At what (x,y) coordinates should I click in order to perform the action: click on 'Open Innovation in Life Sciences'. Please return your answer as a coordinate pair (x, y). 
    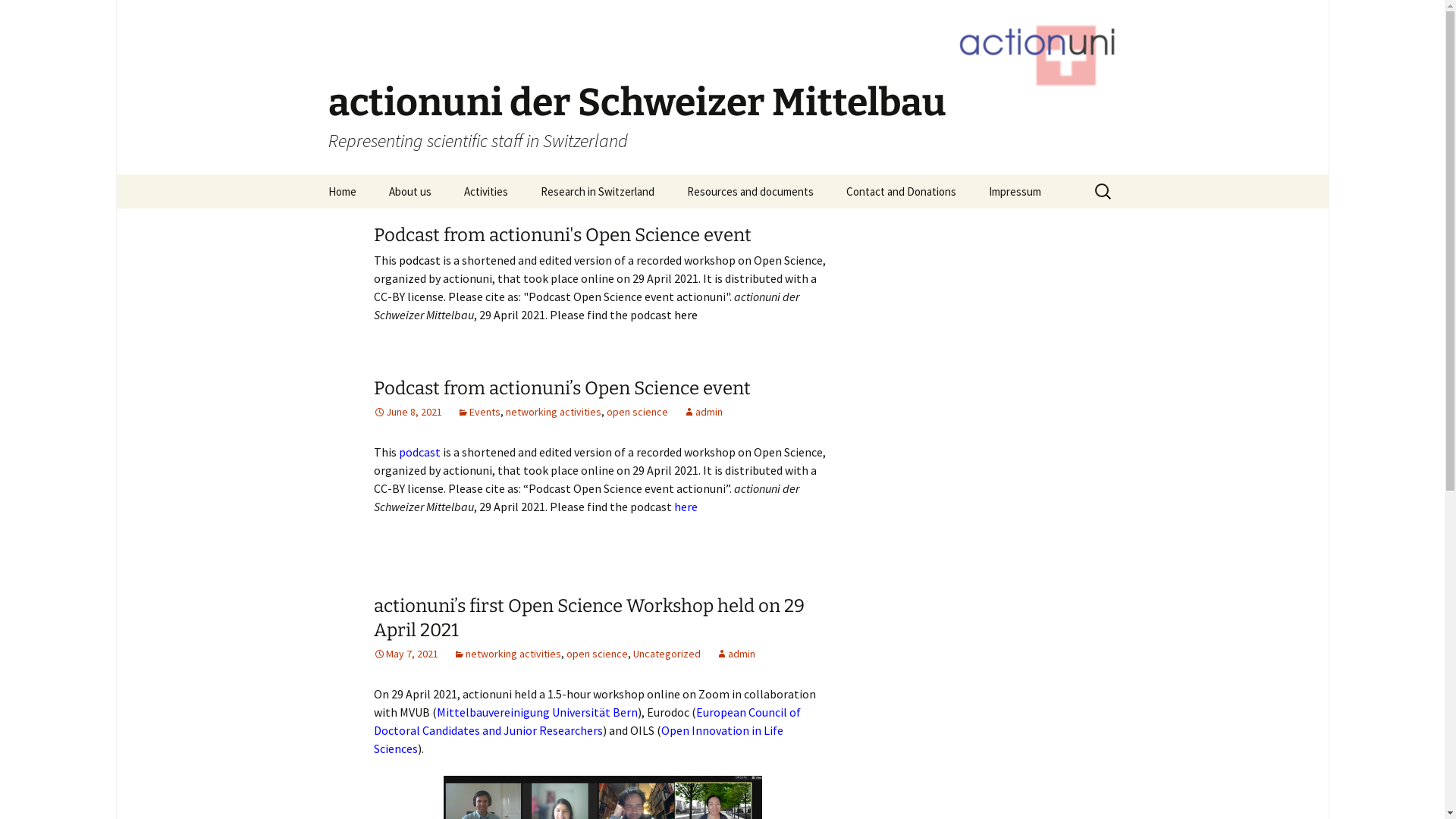
    Looking at the image, I should click on (577, 739).